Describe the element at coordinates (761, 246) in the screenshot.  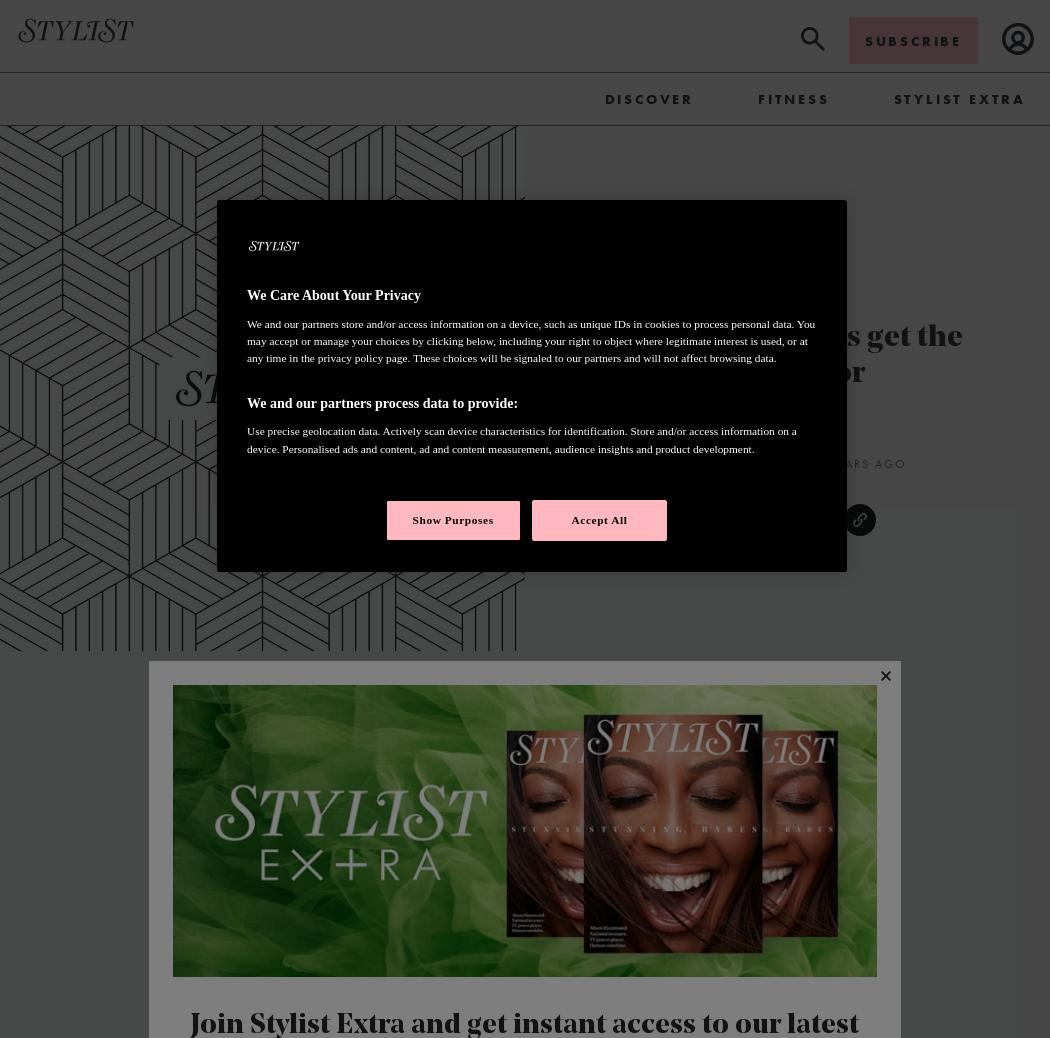
I see `'Beauty'` at that location.